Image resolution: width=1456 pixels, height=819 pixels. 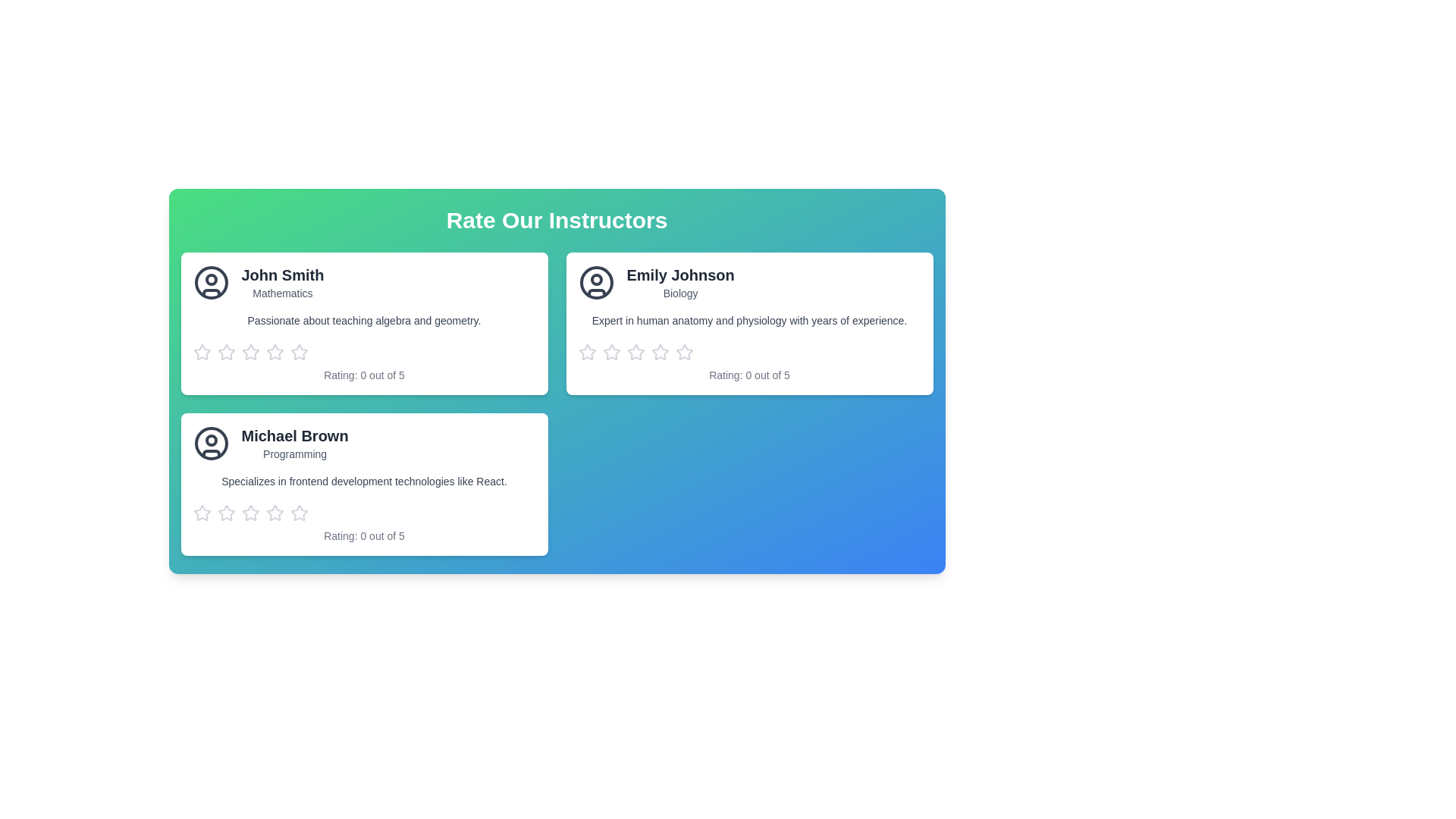 I want to click on the second star icon from the left in the rating section of Emily Johnson's profile card, so click(x=660, y=352).